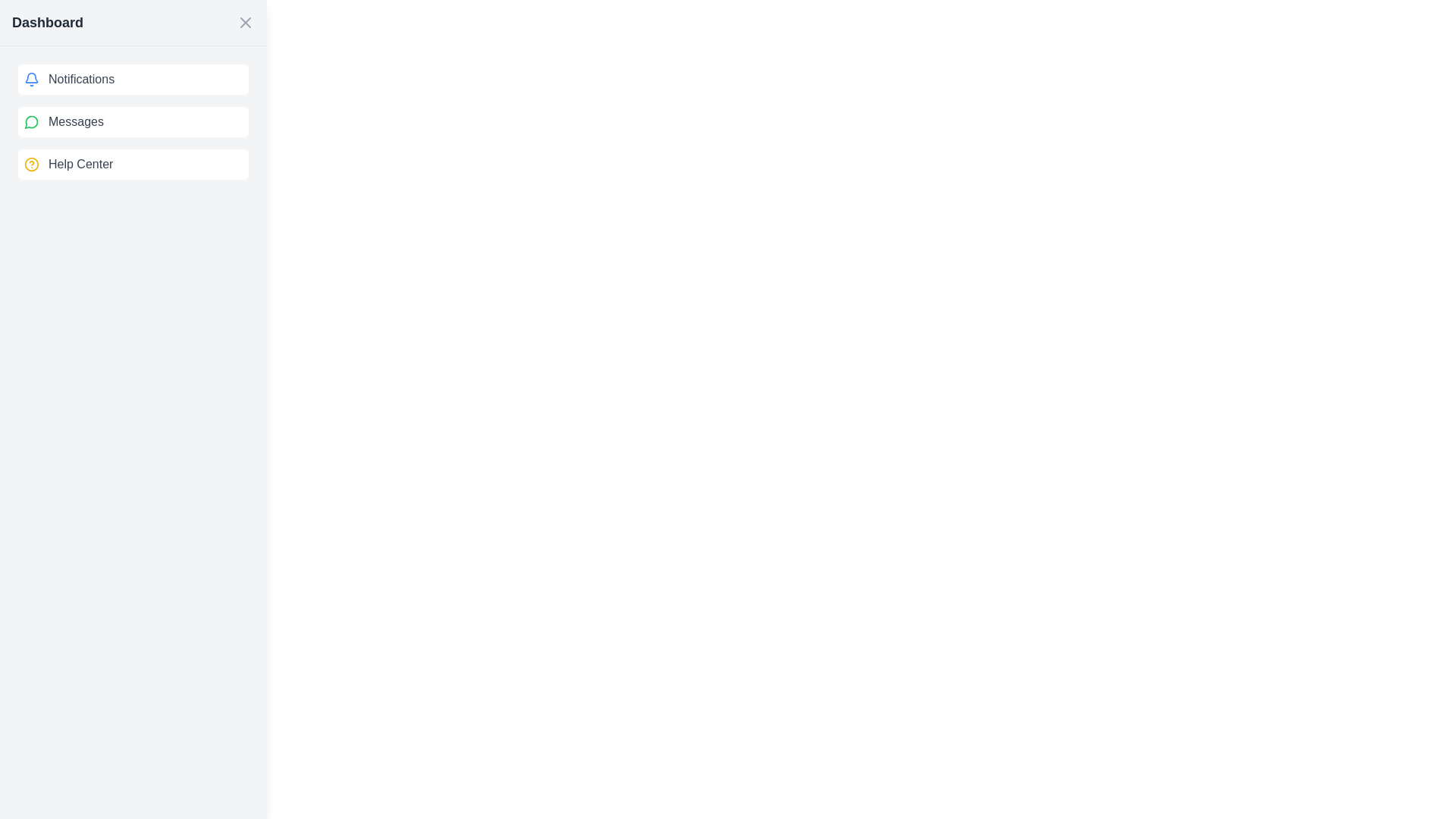 This screenshot has width=1456, height=819. I want to click on the bell icon at the top of the sidebar menu, so click(32, 79).